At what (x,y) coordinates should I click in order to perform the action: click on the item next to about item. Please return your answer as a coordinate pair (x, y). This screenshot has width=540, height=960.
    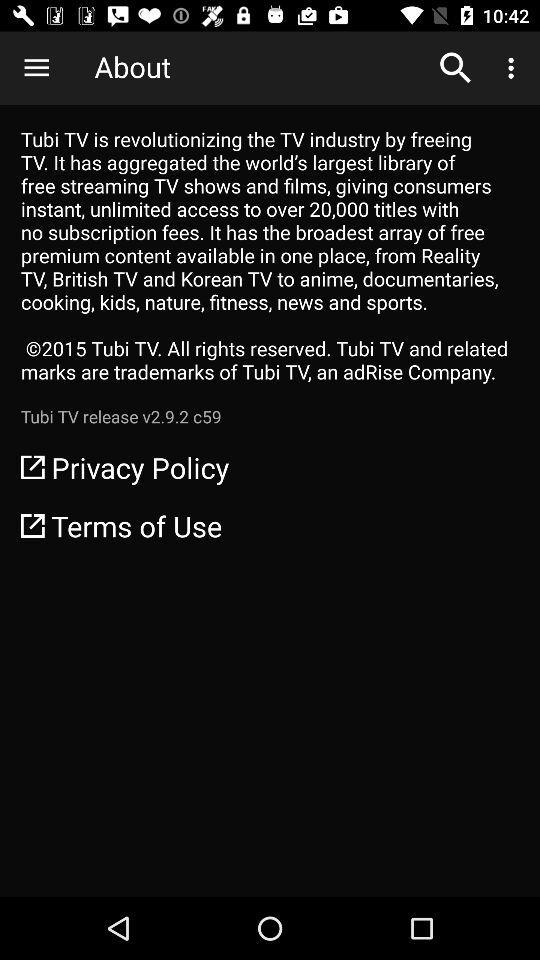
    Looking at the image, I should click on (455, 68).